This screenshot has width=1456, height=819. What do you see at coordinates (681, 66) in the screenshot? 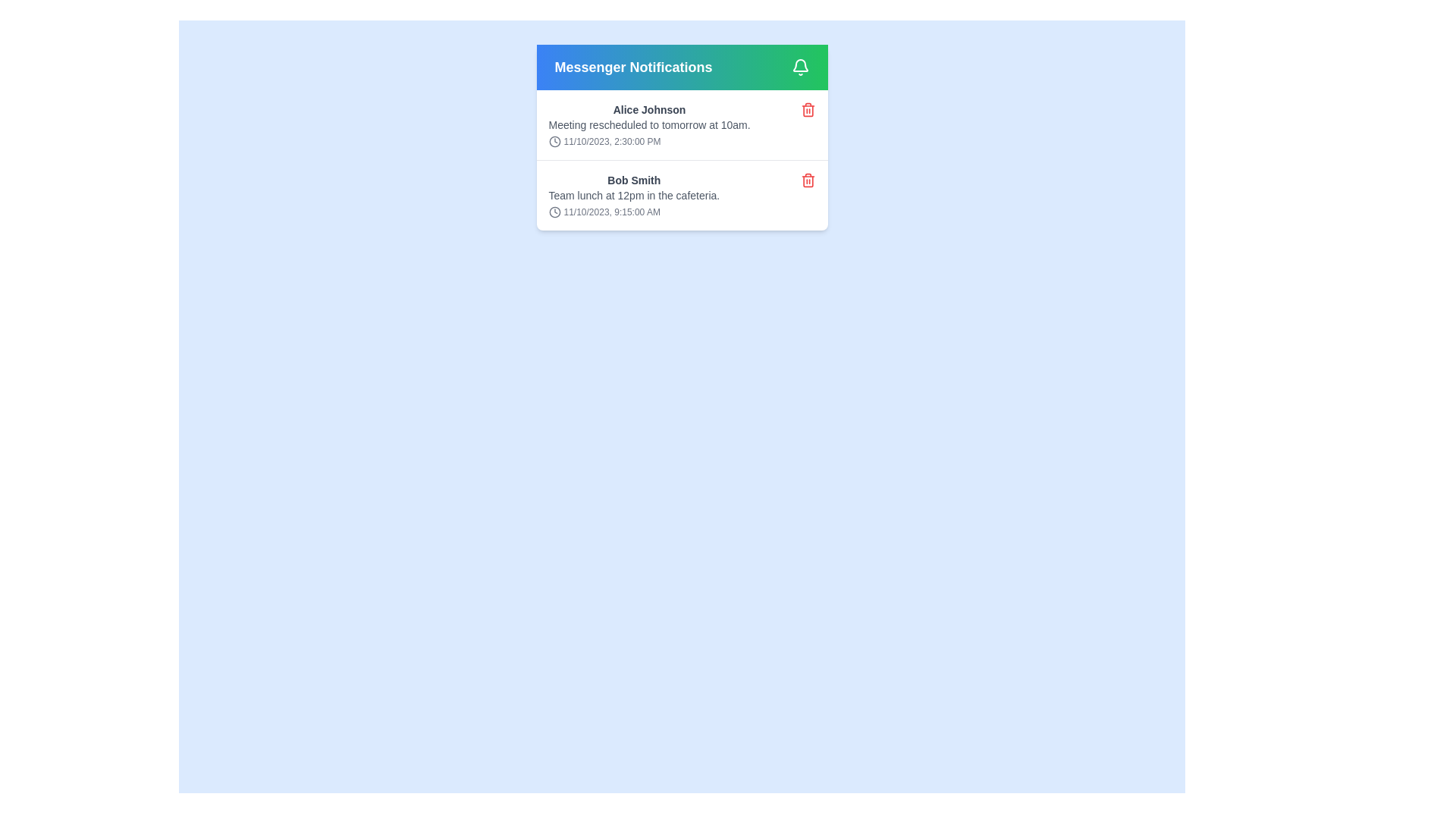
I see `the blue-to-green gradient header element labeled 'Messenger Notifications' at the top of the notification card to emphasize it or trigger a color change` at bounding box center [681, 66].